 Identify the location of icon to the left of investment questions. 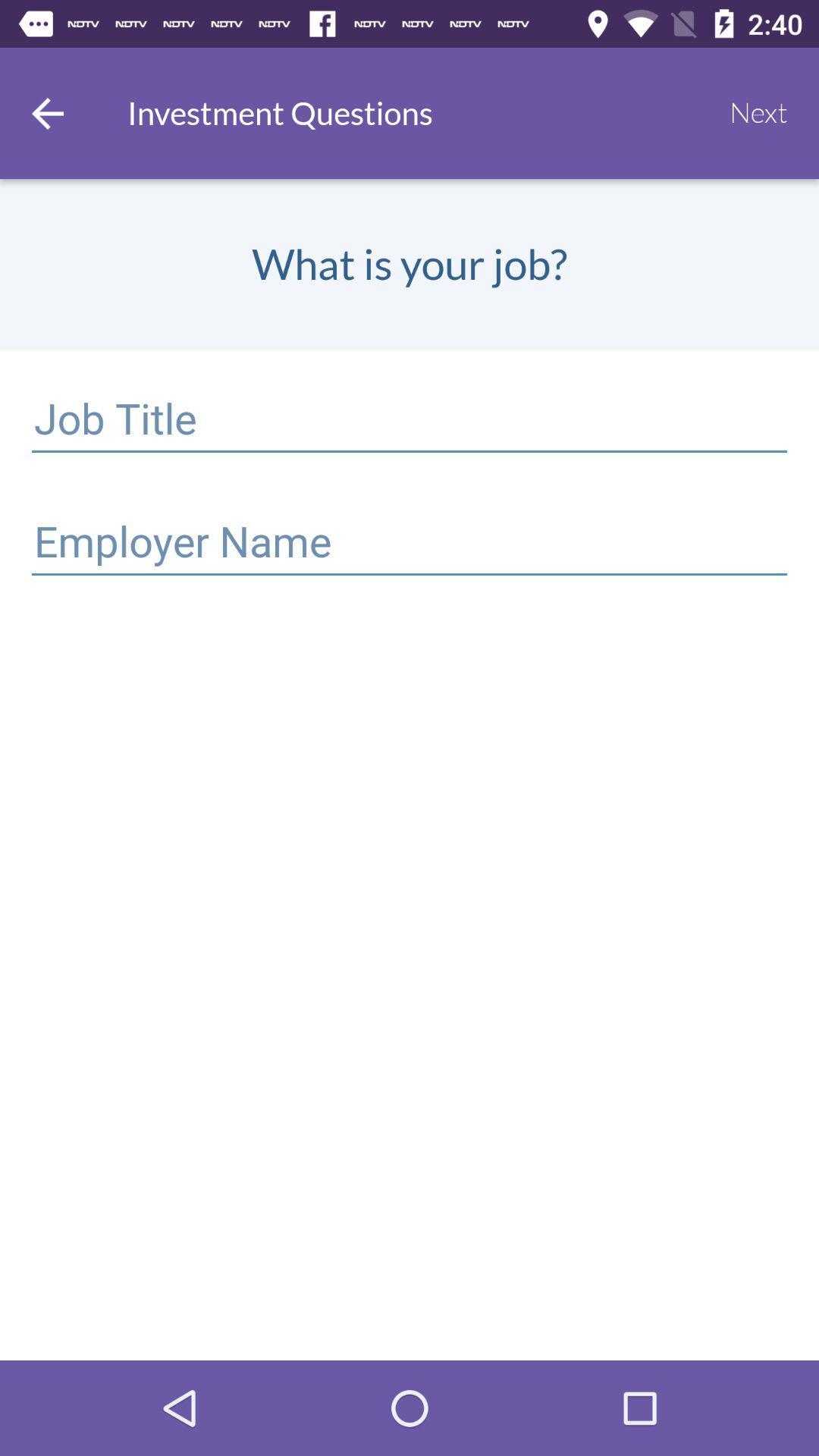
(46, 112).